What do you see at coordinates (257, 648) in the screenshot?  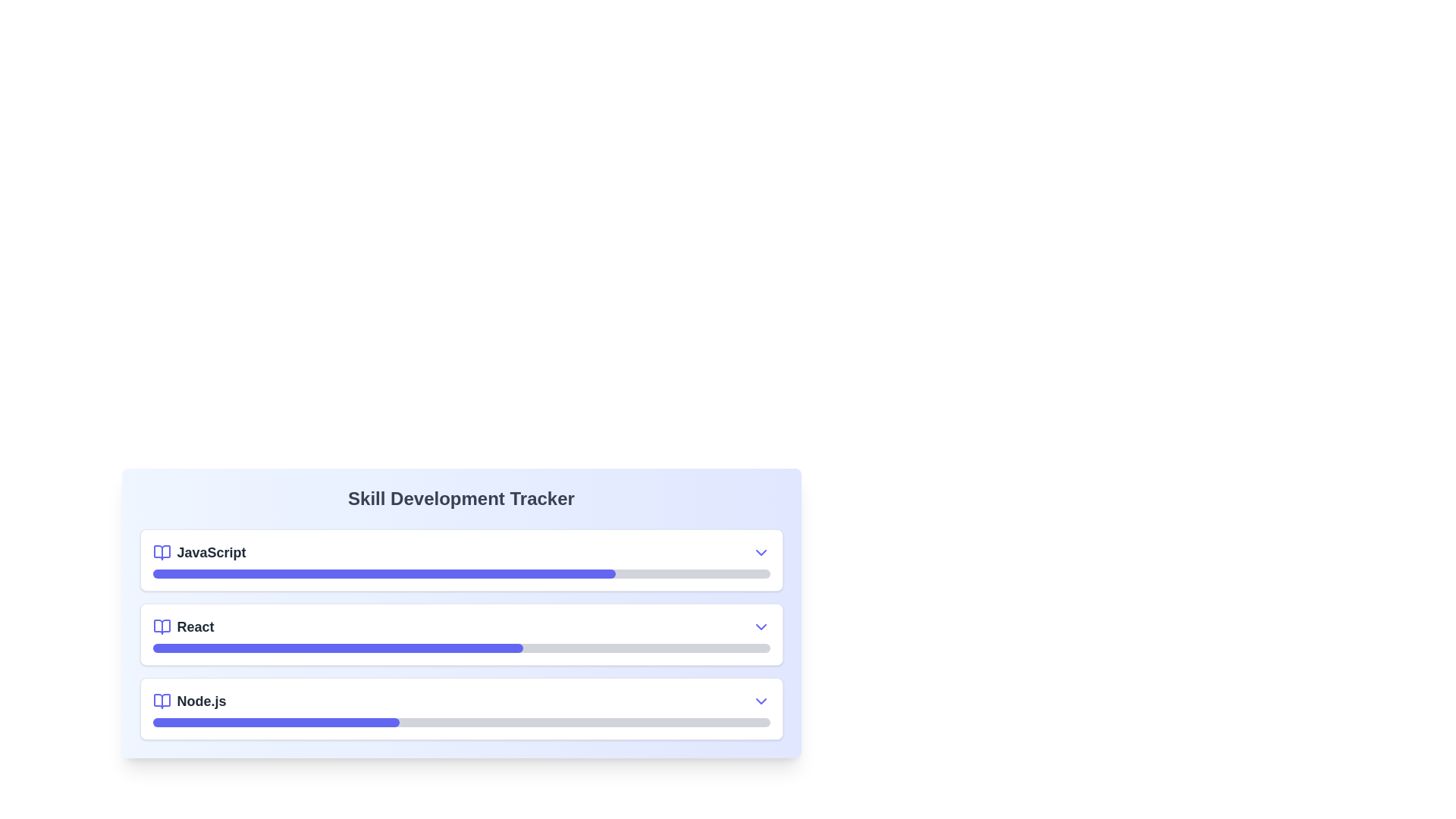 I see `the progress of the bar` at bounding box center [257, 648].